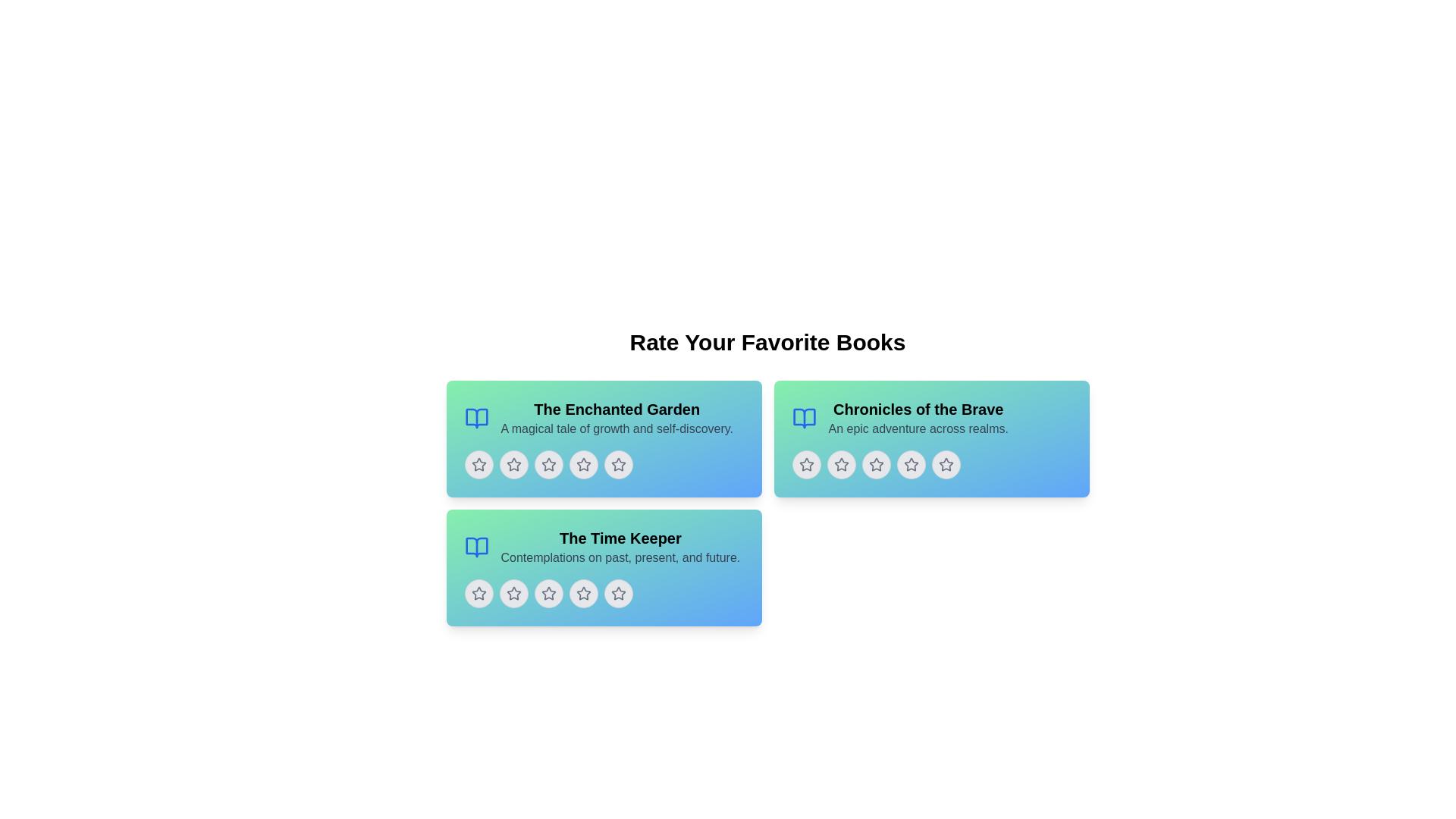 Image resolution: width=1456 pixels, height=819 pixels. What do you see at coordinates (618, 593) in the screenshot?
I see `on the fifth rating star icon in the 'Rate Your Favorite Books' section under the card titled 'The Time Keeper'` at bounding box center [618, 593].